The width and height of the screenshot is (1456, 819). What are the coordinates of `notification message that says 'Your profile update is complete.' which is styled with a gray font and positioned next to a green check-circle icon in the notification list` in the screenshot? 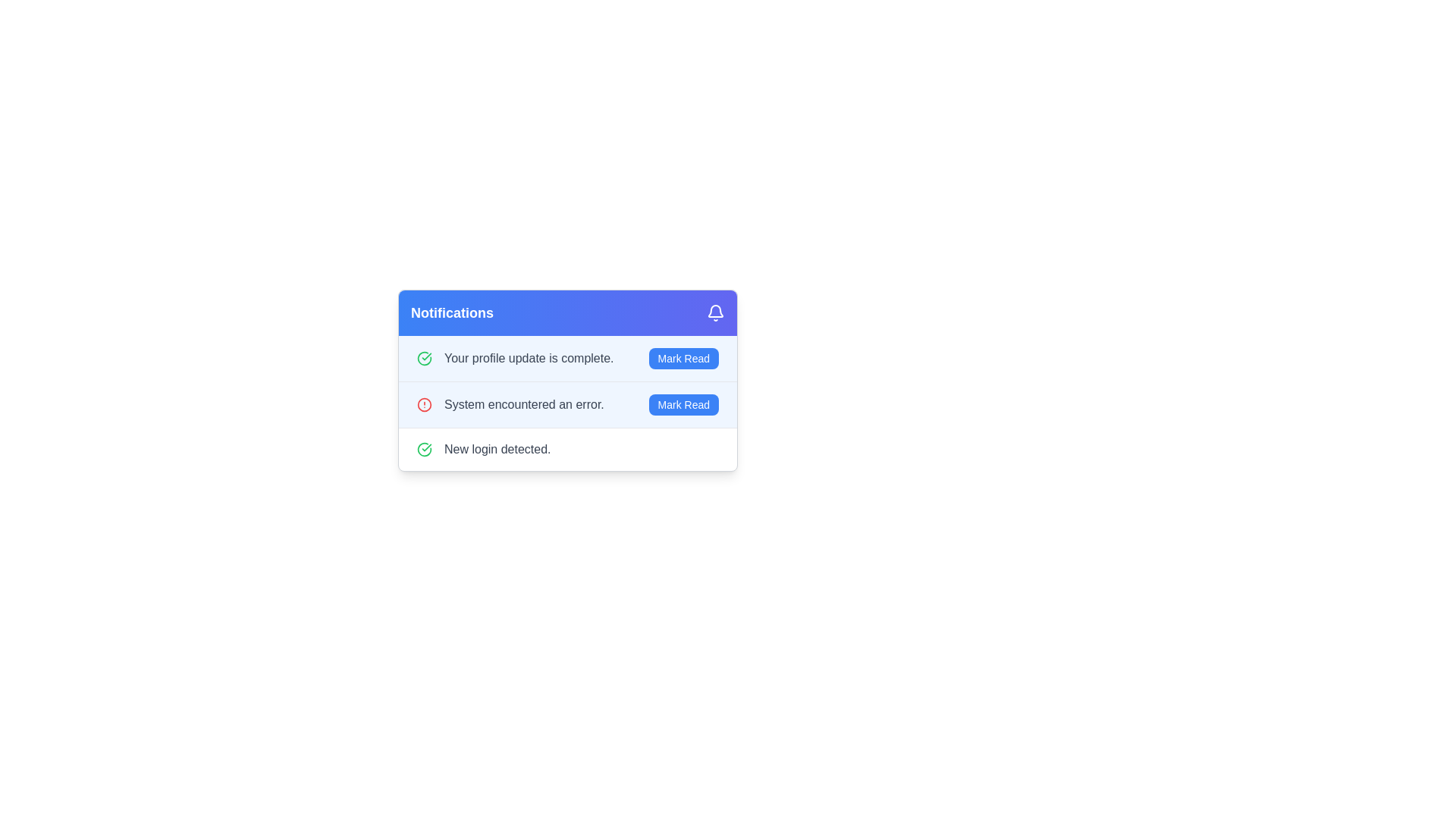 It's located at (529, 359).